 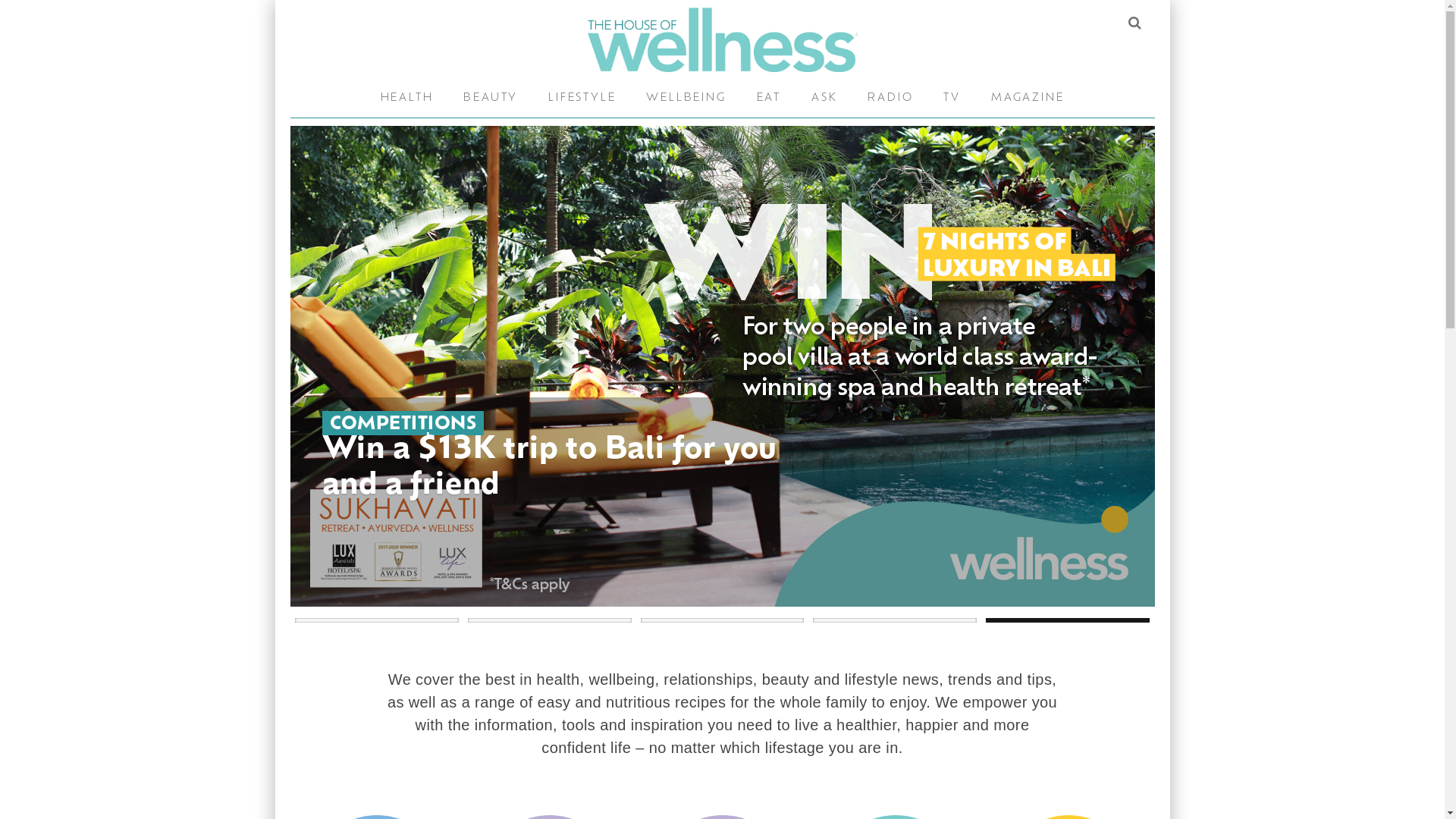 I want to click on 'EAT', so click(x=768, y=99).